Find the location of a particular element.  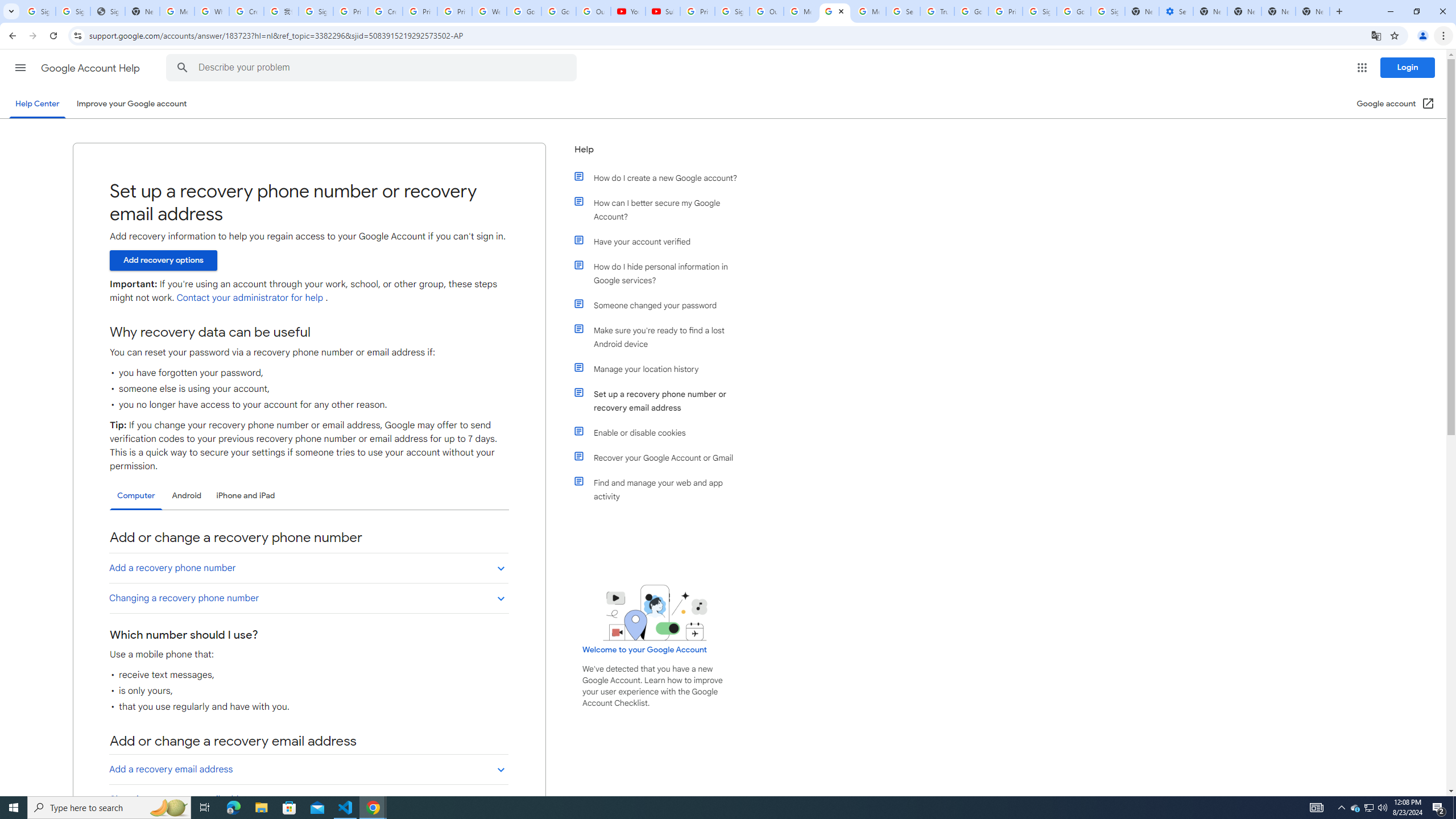

'How do I hide personal information in Google services?' is located at coordinates (661, 272).